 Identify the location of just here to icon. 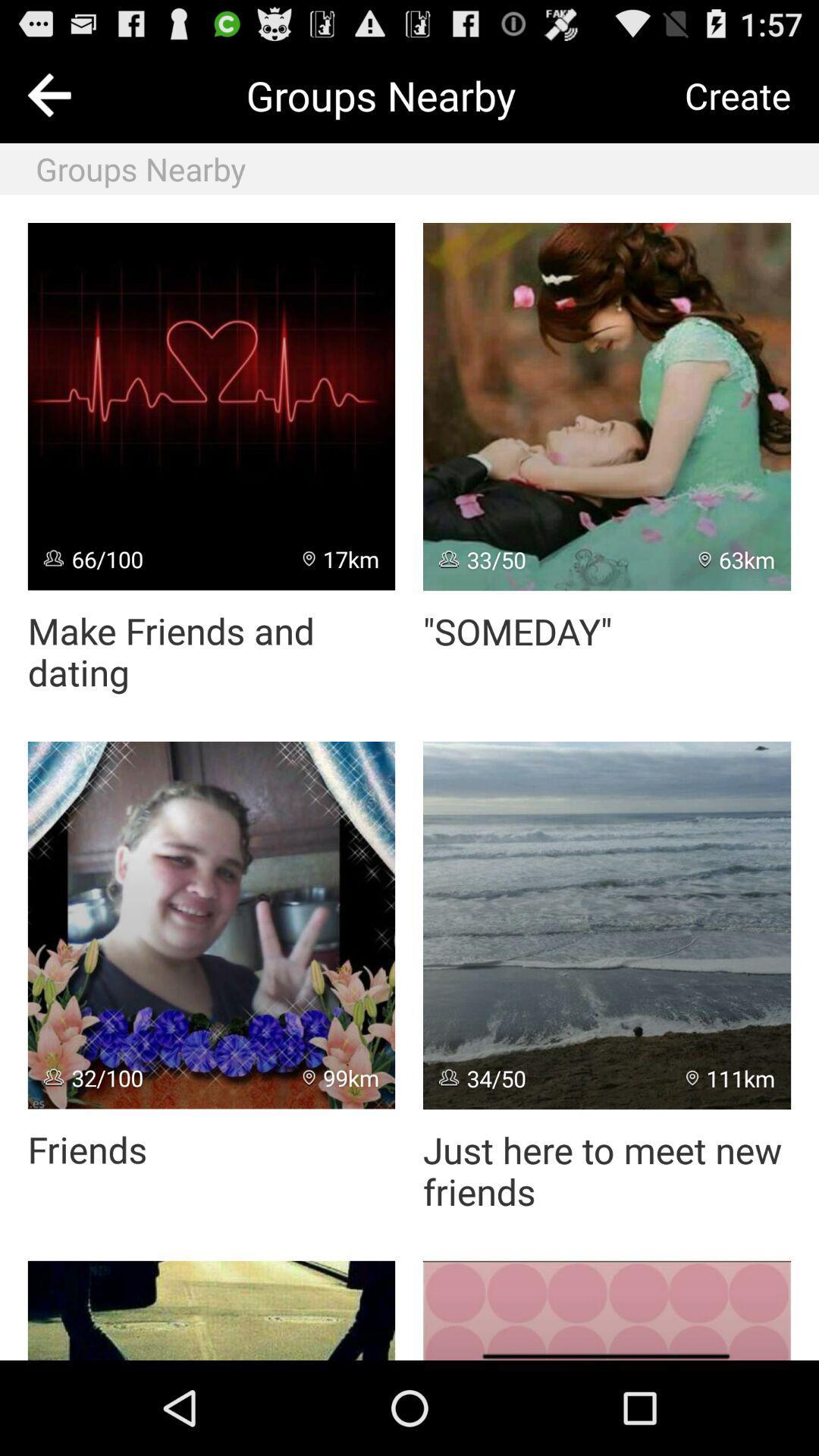
(606, 1170).